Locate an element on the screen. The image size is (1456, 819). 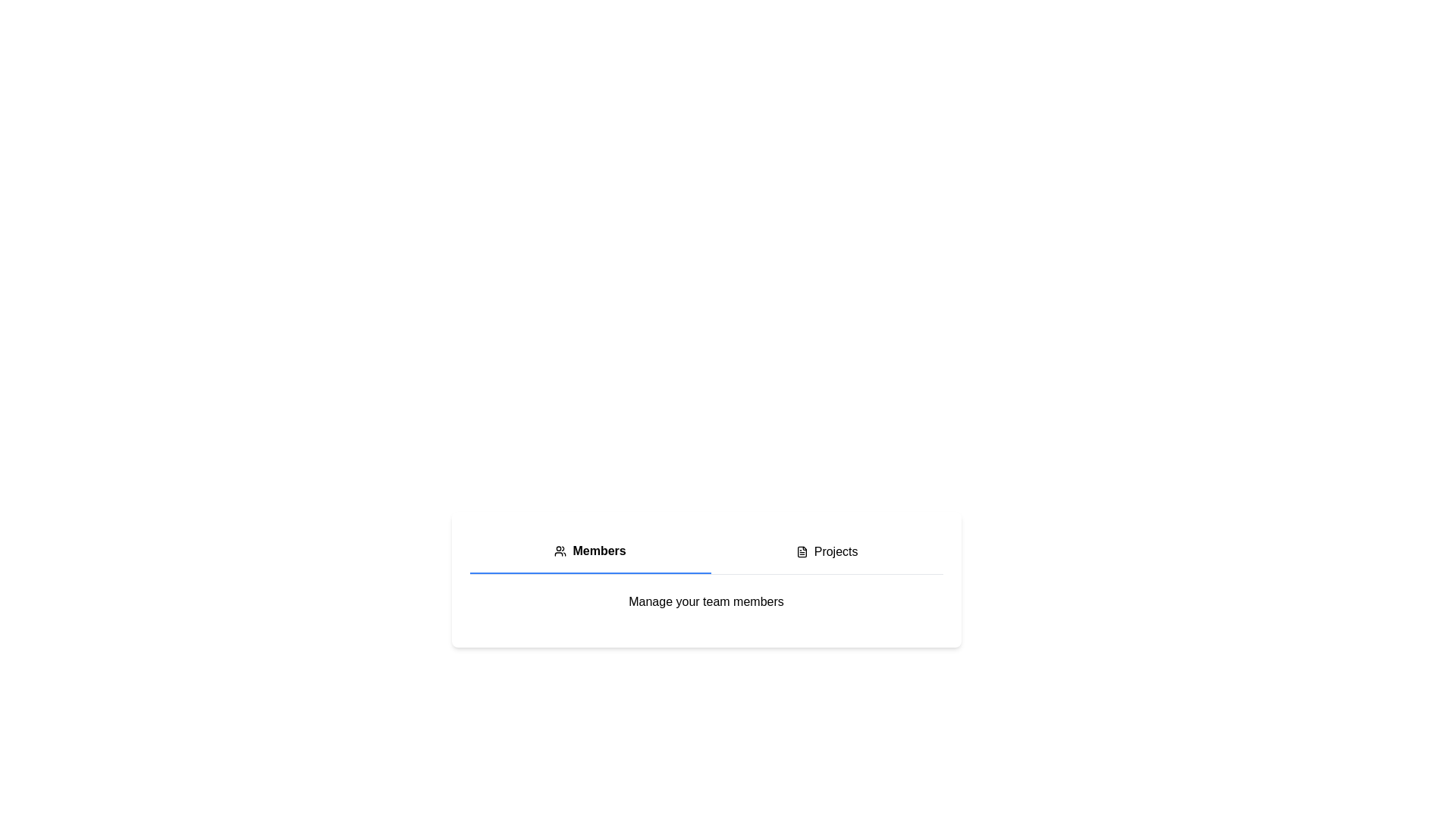
the 'Members' tab in the navigation bar is located at coordinates (589, 552).